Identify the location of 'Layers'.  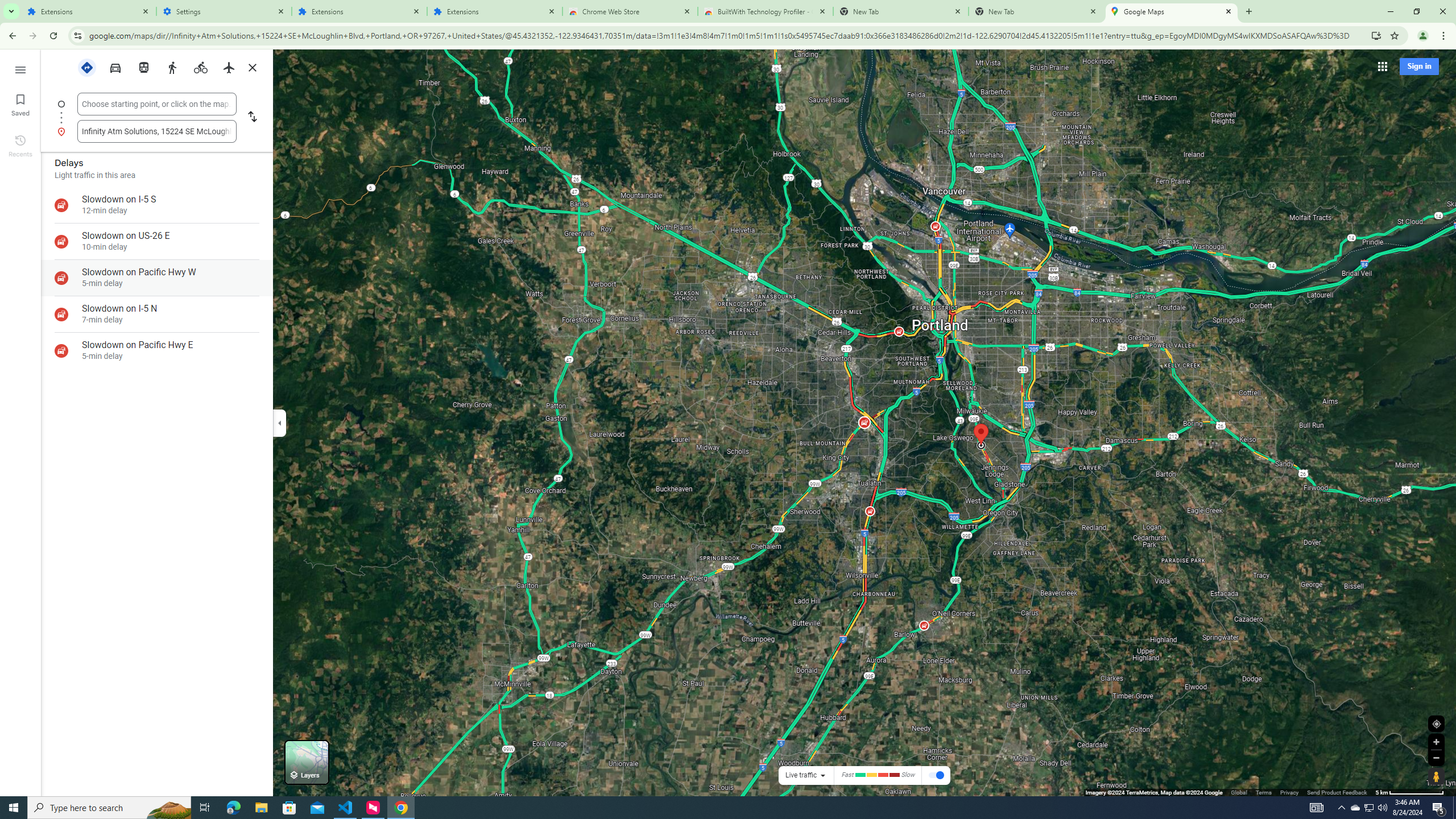
(306, 762).